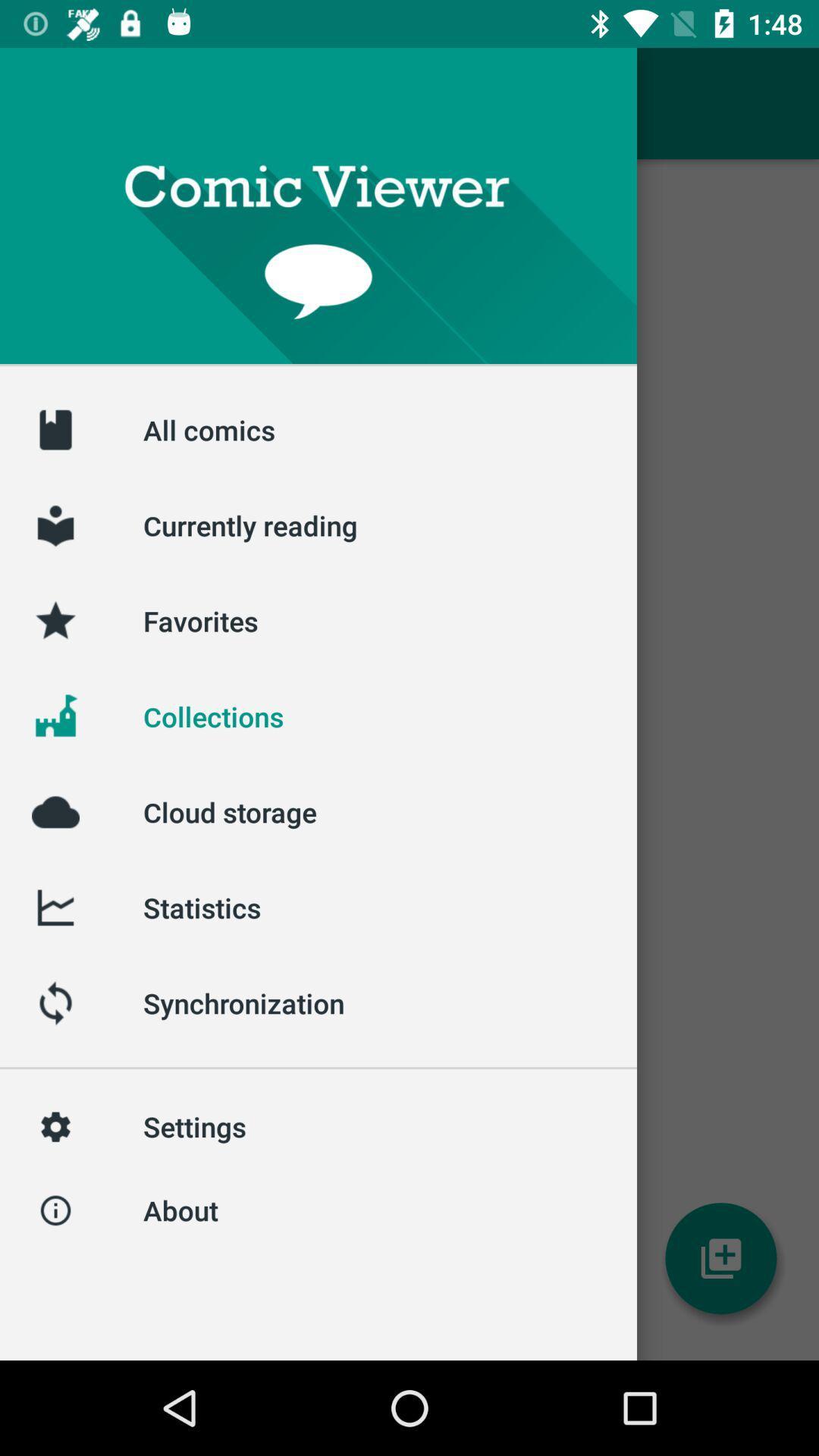 The image size is (819, 1456). What do you see at coordinates (55, 1003) in the screenshot?
I see `the recycle icon to the left of synchronization text` at bounding box center [55, 1003].